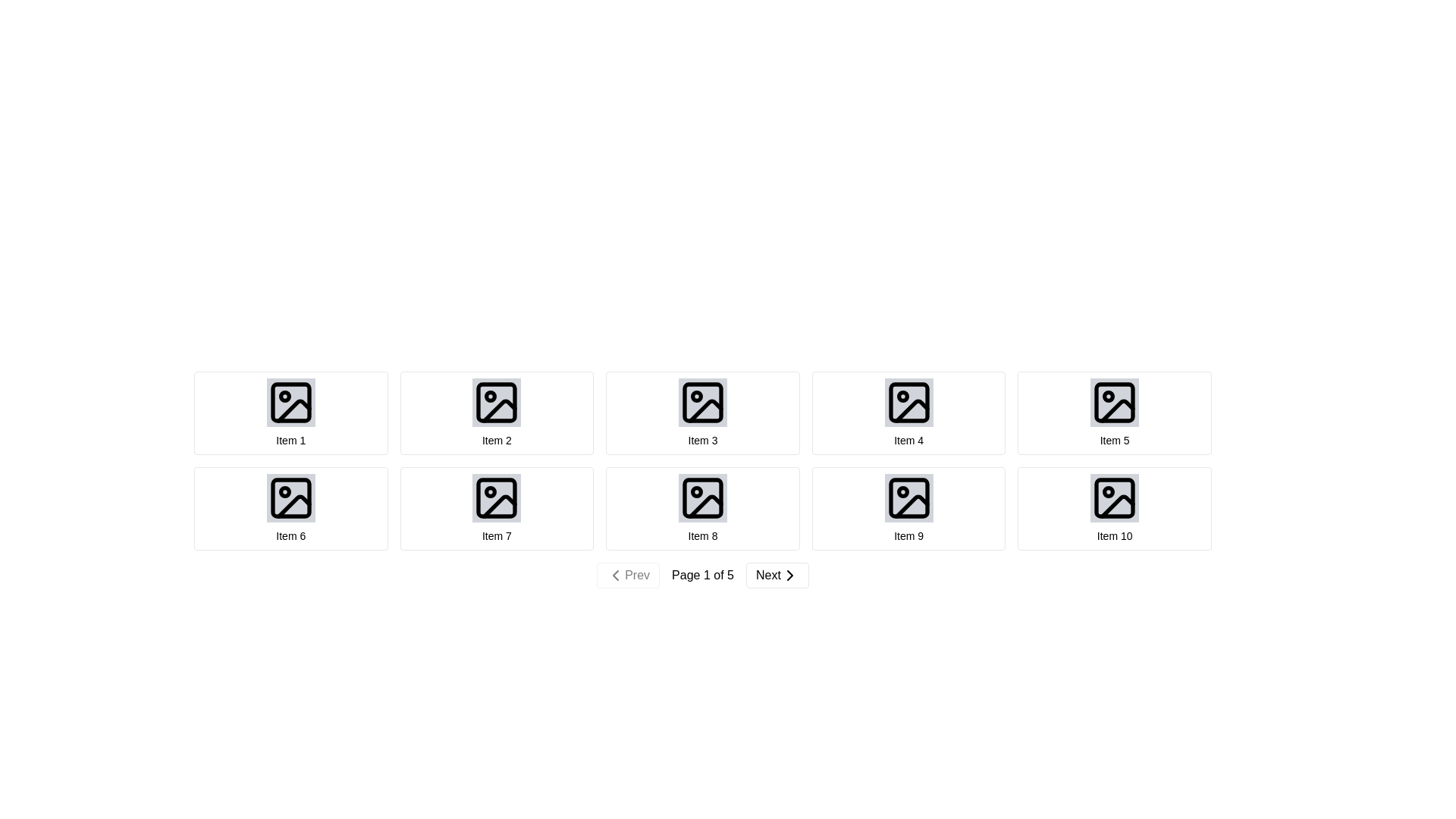  Describe the element at coordinates (777, 576) in the screenshot. I see `the 'Next' button located at the bottom-right corner of the pagination bar` at that location.